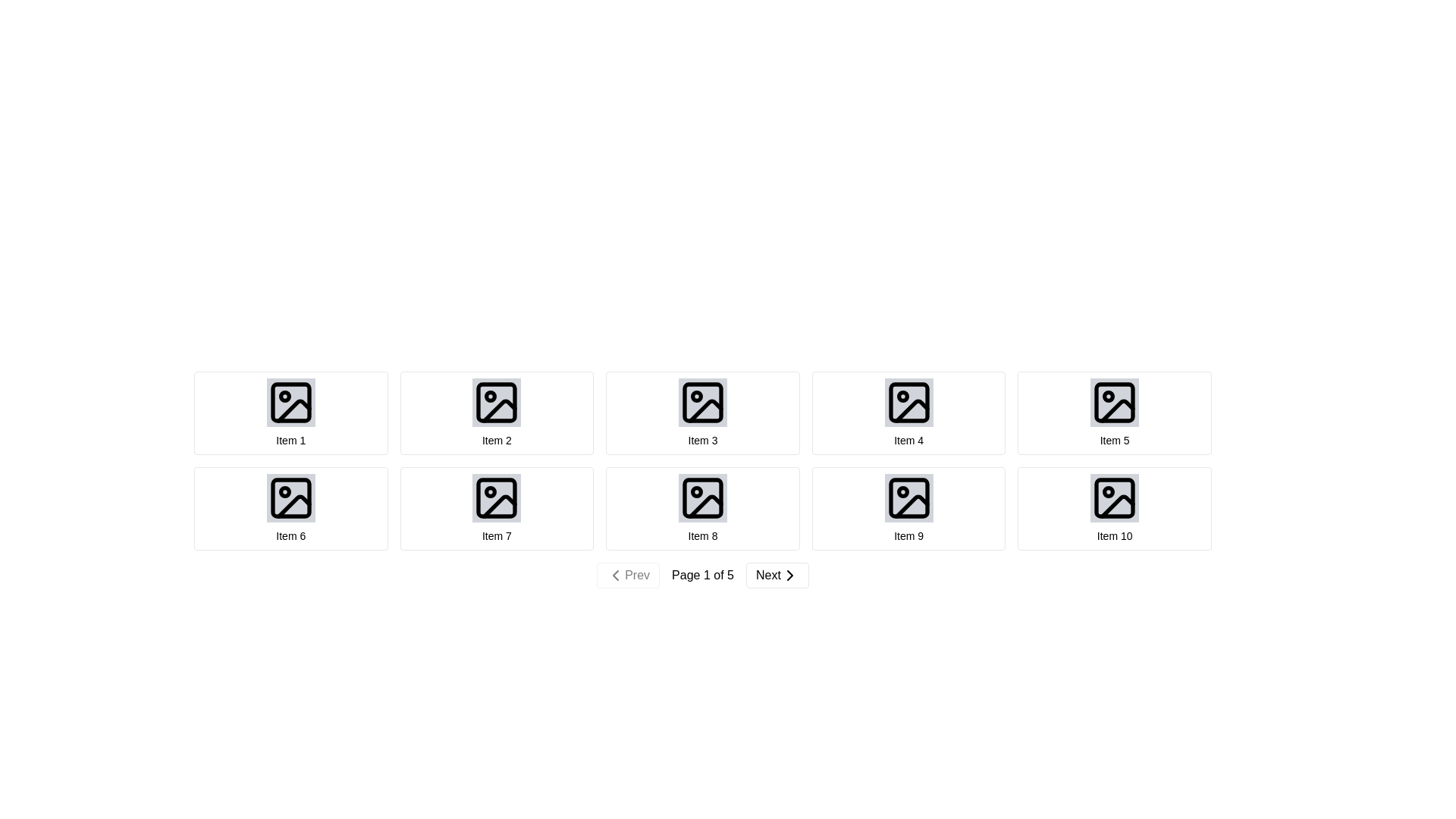  Describe the element at coordinates (777, 576) in the screenshot. I see `the 'Next' button located at the bottom-right corner of the pagination bar` at that location.